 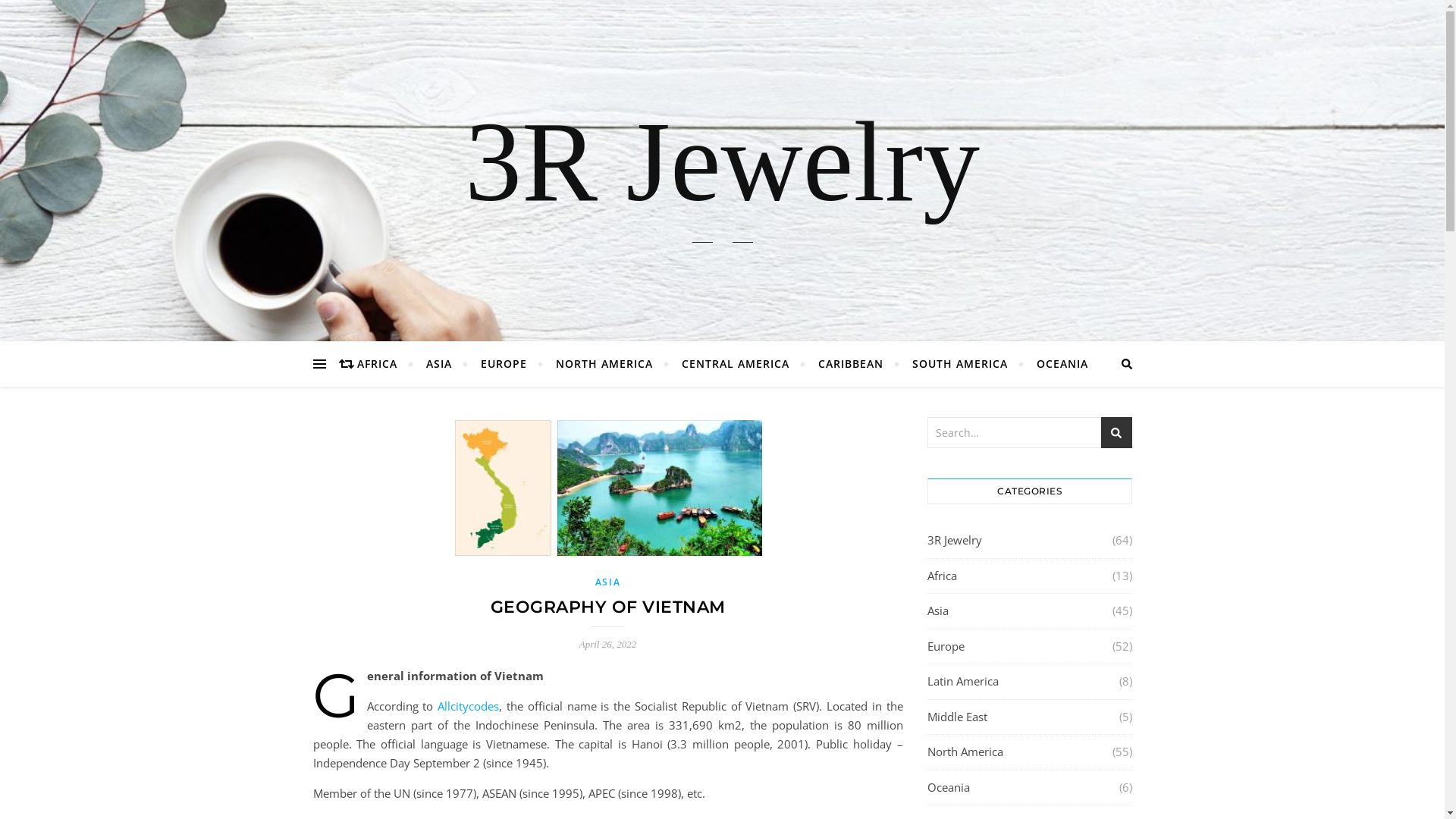 I want to click on 'North America', so click(x=964, y=752).